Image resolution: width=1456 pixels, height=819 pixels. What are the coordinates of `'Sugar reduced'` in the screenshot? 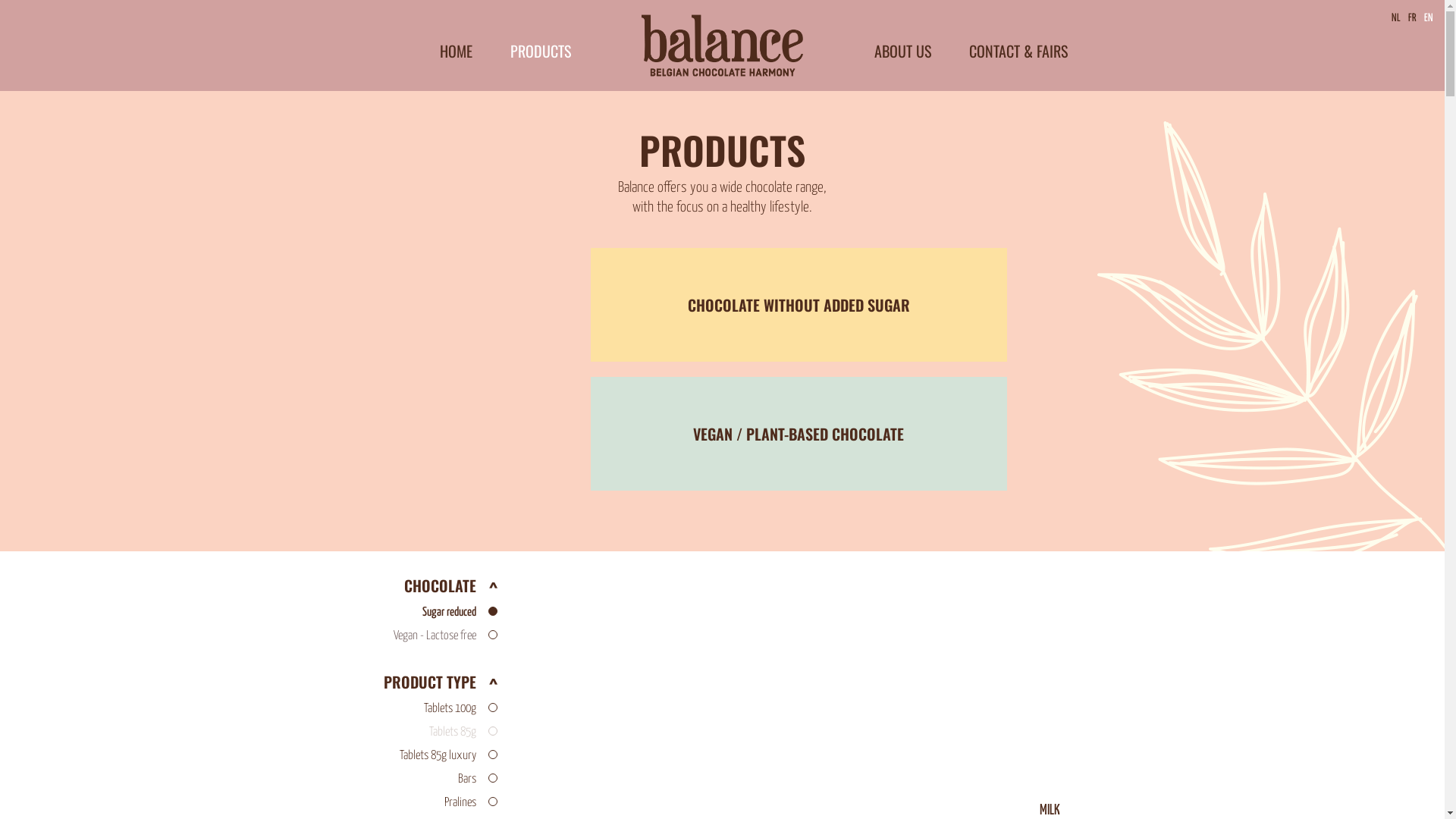 It's located at (397, 611).